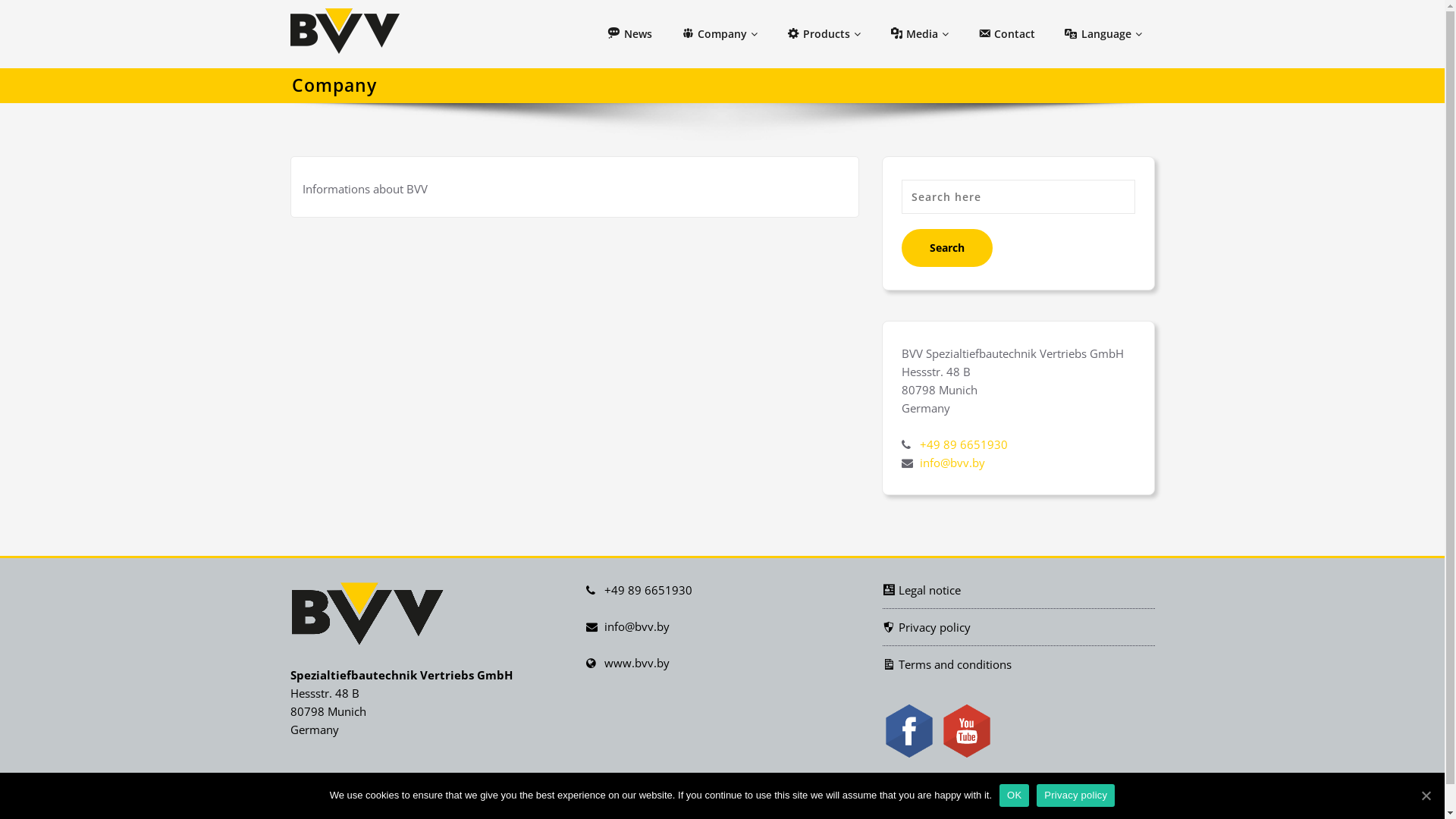  Describe the element at coordinates (880, 589) in the screenshot. I see `'Legal notice'` at that location.